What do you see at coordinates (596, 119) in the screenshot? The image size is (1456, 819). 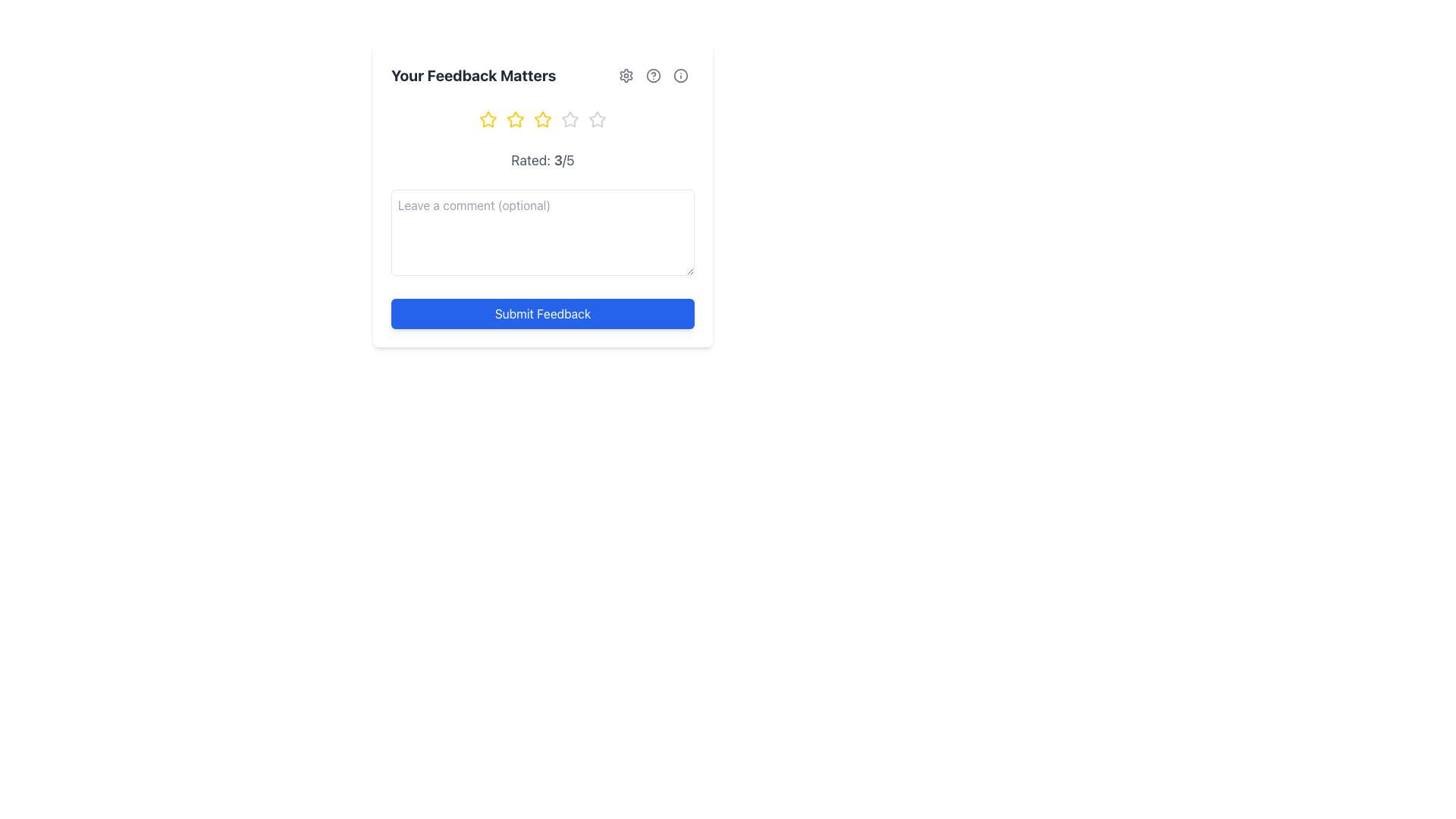 I see `the fifth rating star icon, which is styled with a light gray color and is part of a horizontal group of star icons under the heading 'Your Feedback Matters'` at bounding box center [596, 119].